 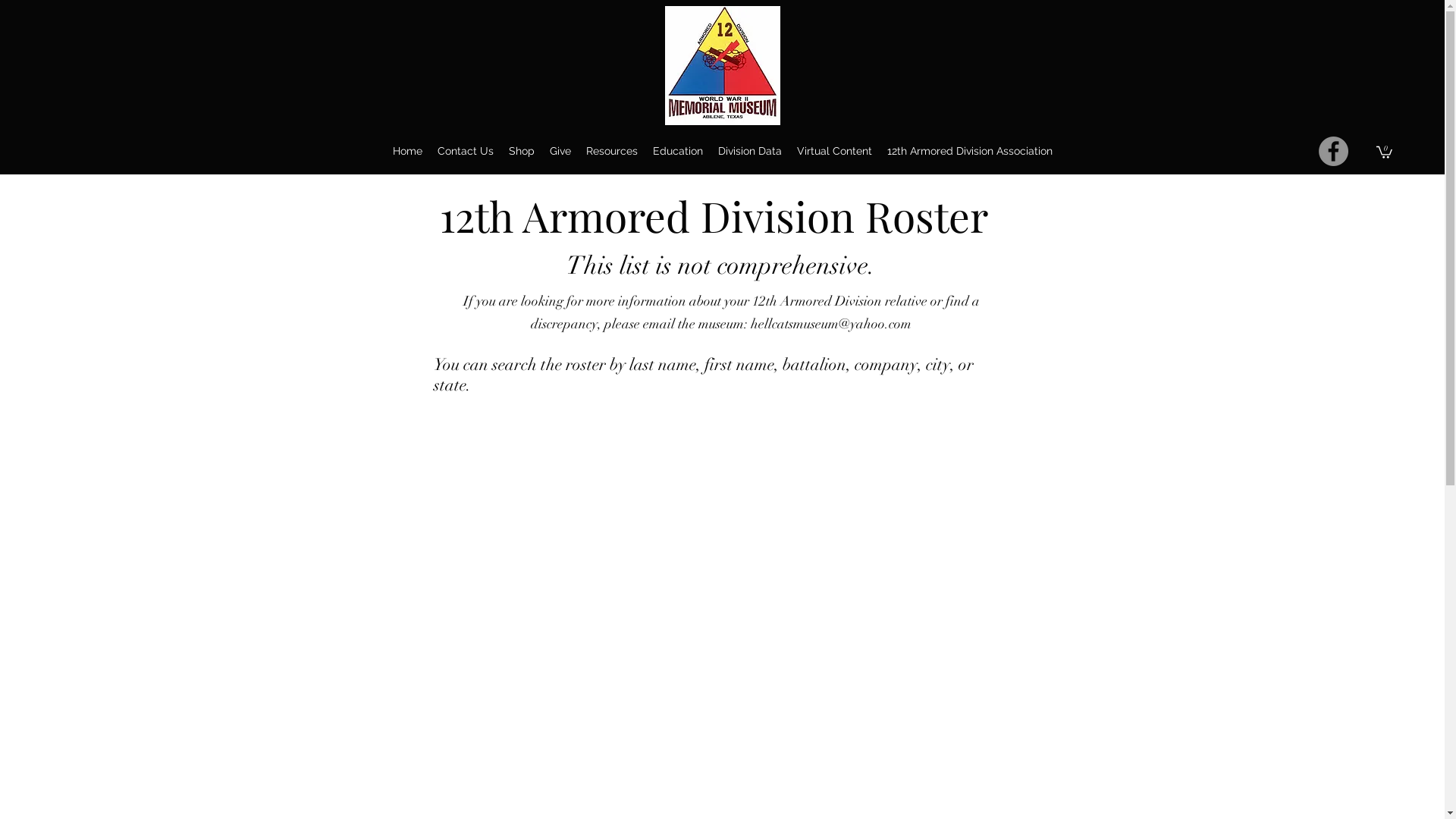 I want to click on 'Virtual Content', so click(x=789, y=151).